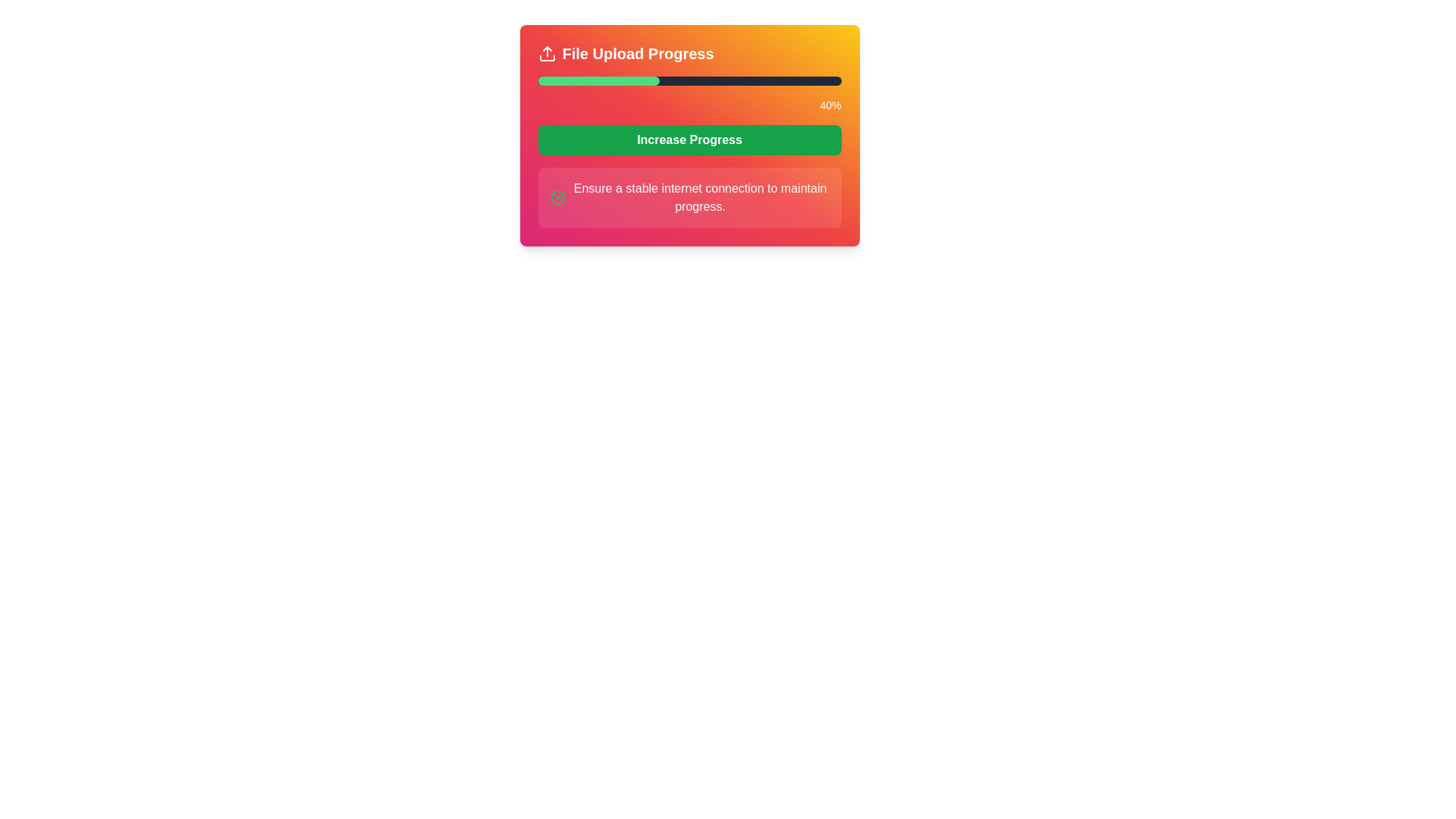 Image resolution: width=1456 pixels, height=819 pixels. What do you see at coordinates (557, 197) in the screenshot?
I see `the SVG icon that indicates successful or completed status, which is positioned to the left of the text stating 'Ensure a stable internet connection to maintain progress.'` at bounding box center [557, 197].